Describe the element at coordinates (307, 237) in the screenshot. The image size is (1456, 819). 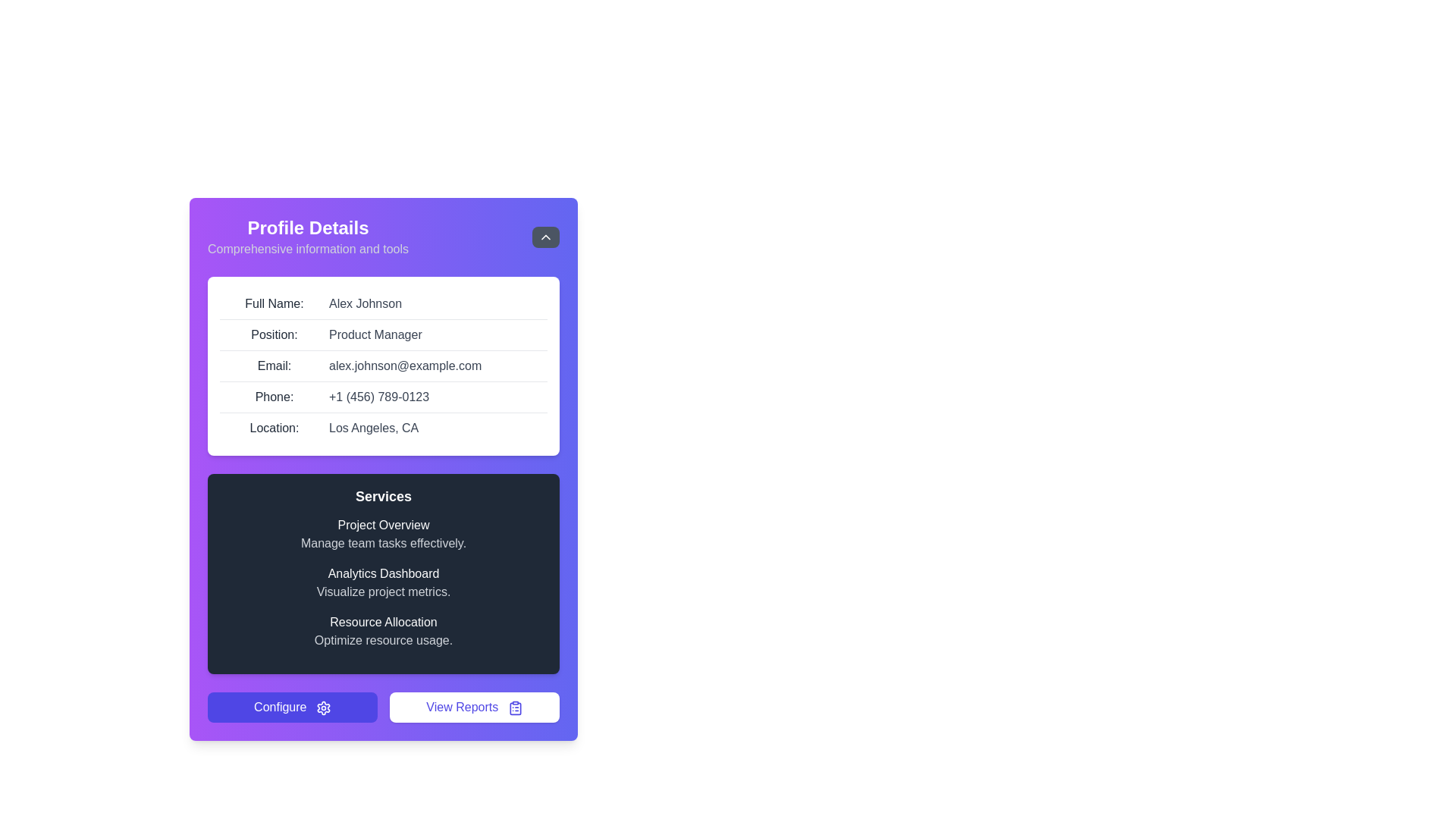
I see `the static text display element that serves as the title and subtitle of the card section, located at the top-central part of the card interface` at that location.